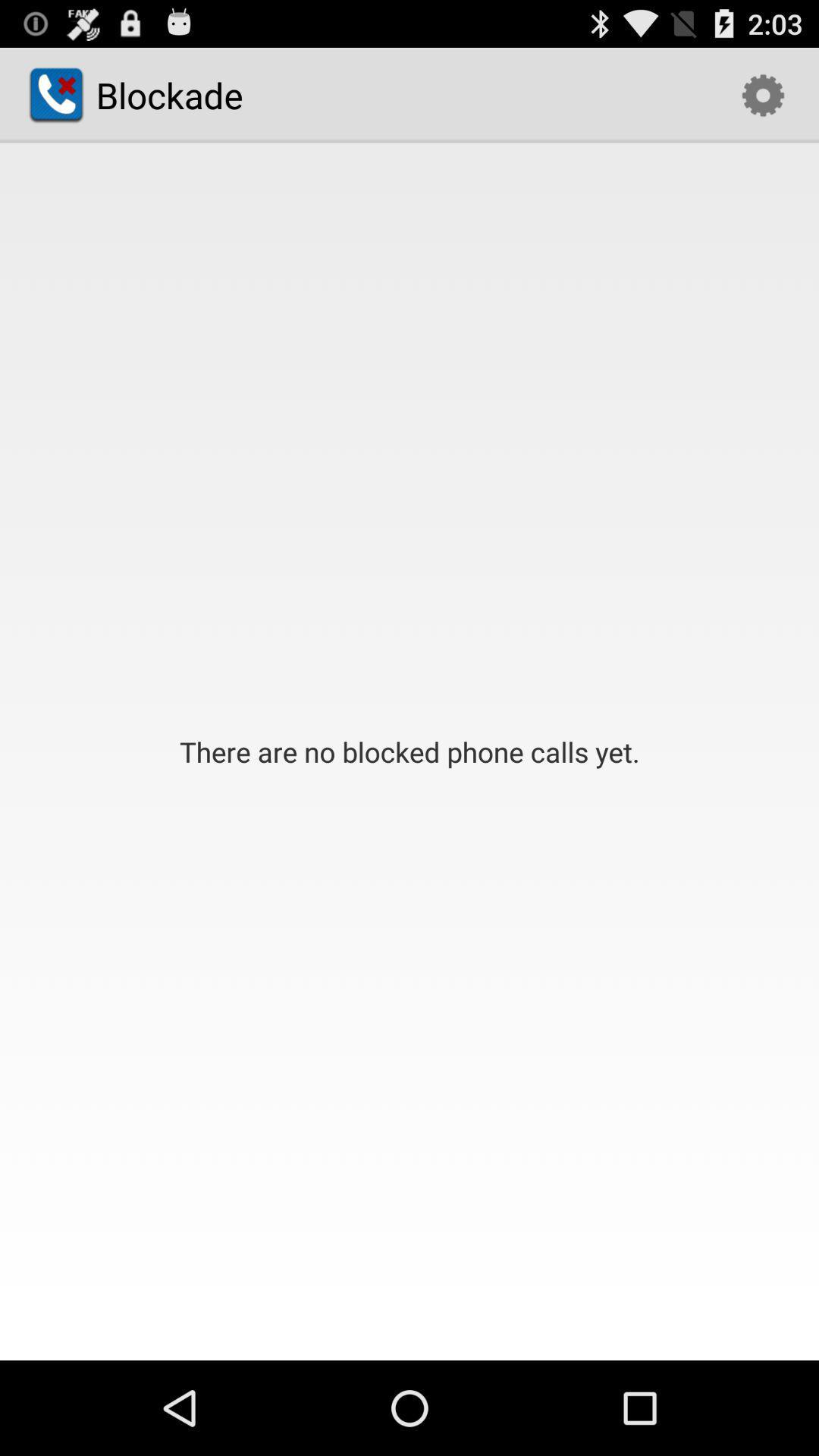 This screenshot has width=819, height=1456. Describe the element at coordinates (763, 94) in the screenshot. I see `the item above the there are no app` at that location.